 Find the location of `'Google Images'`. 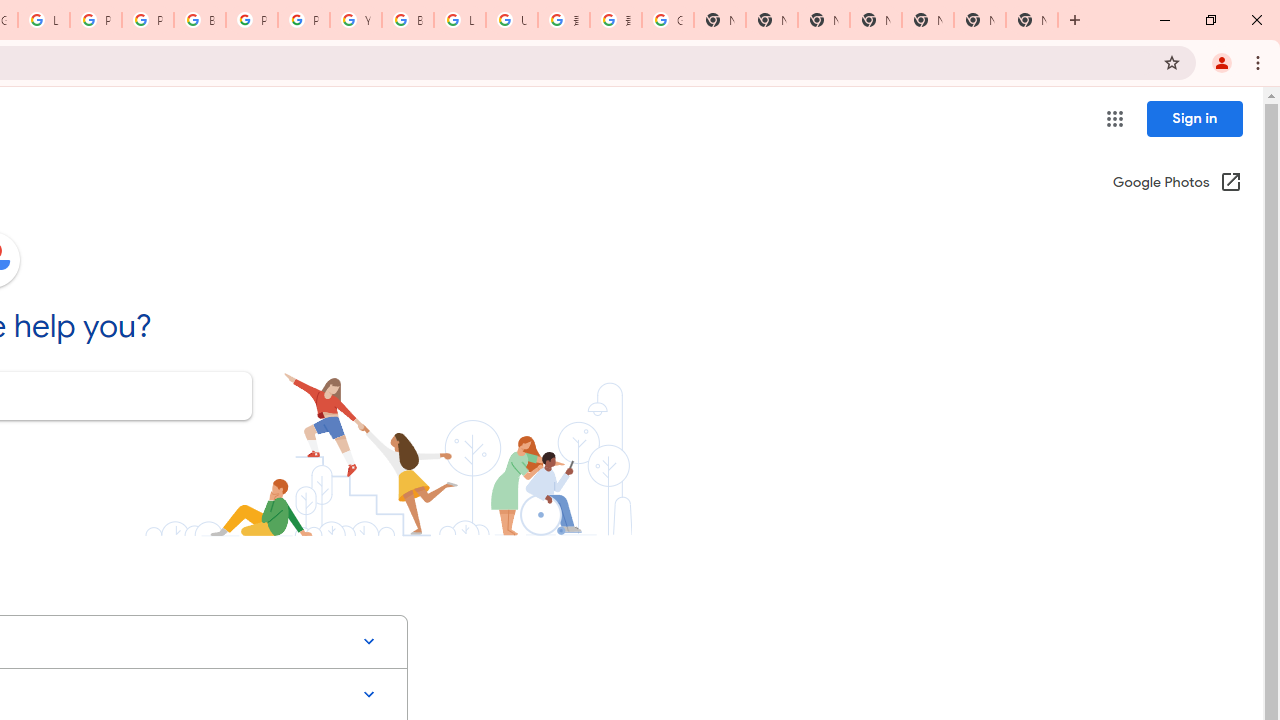

'Google Images' is located at coordinates (668, 20).